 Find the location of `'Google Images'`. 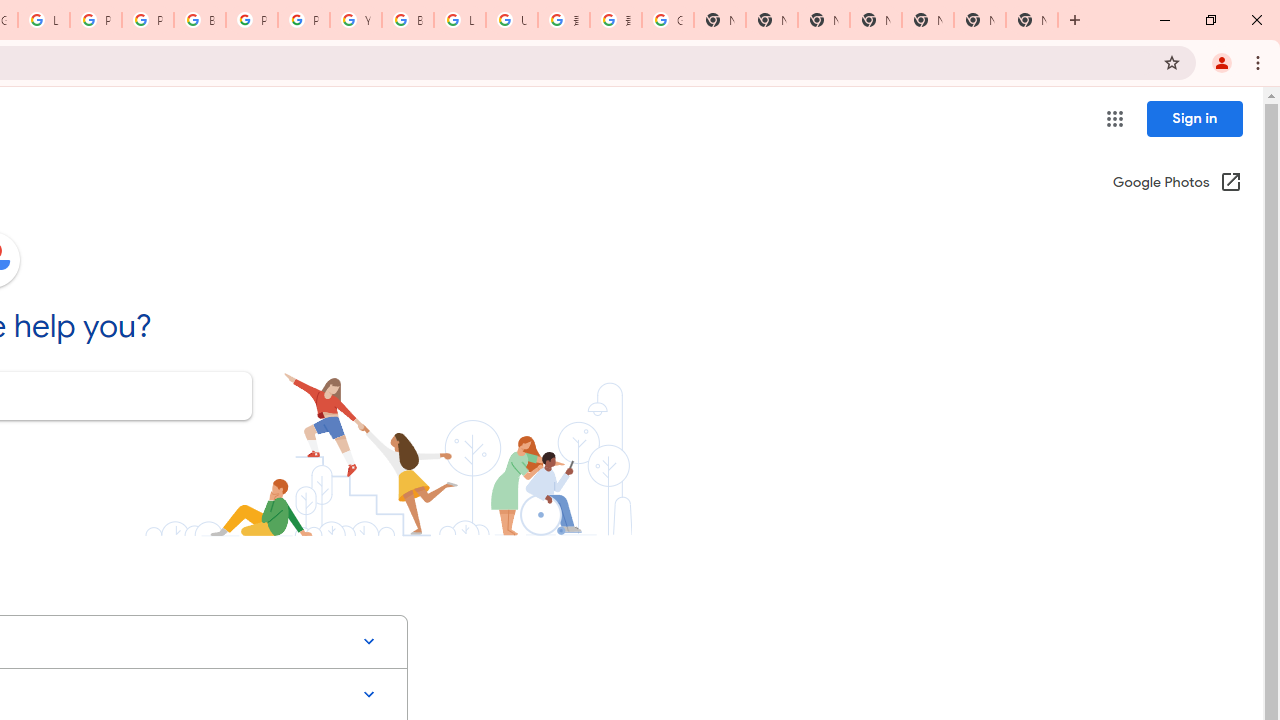

'Google Images' is located at coordinates (668, 20).